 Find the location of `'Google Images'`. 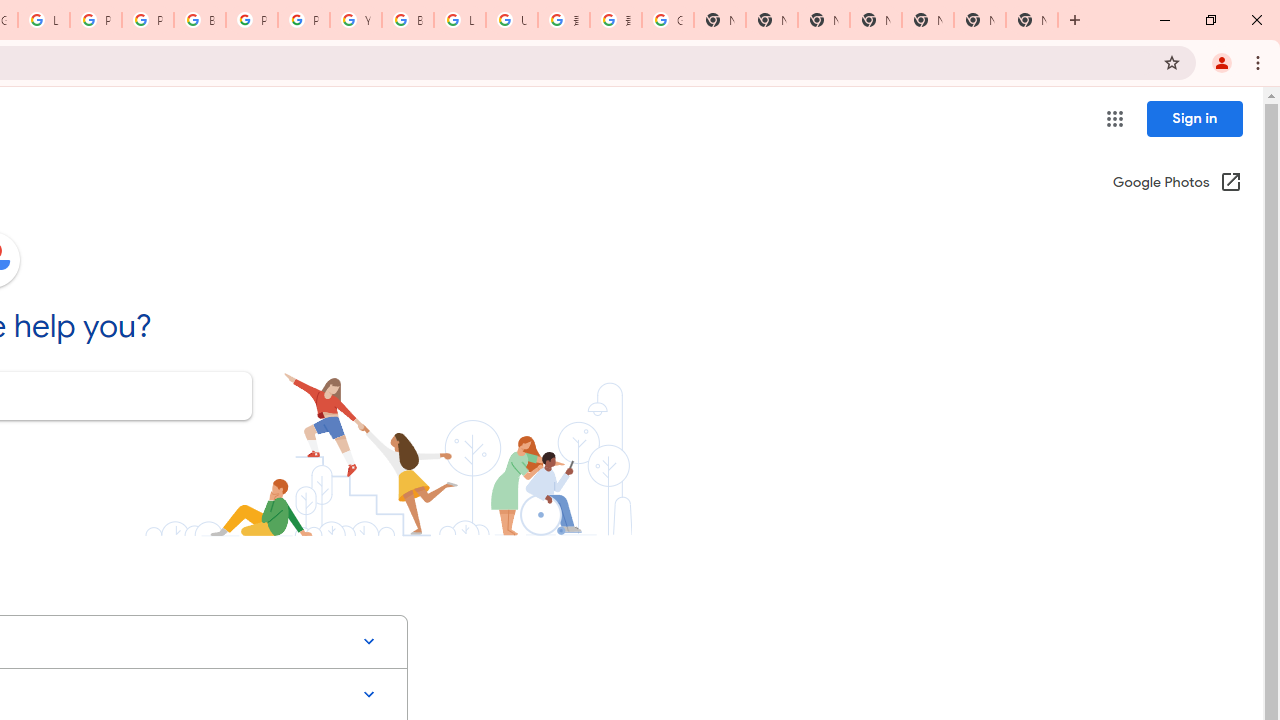

'Google Images' is located at coordinates (668, 20).